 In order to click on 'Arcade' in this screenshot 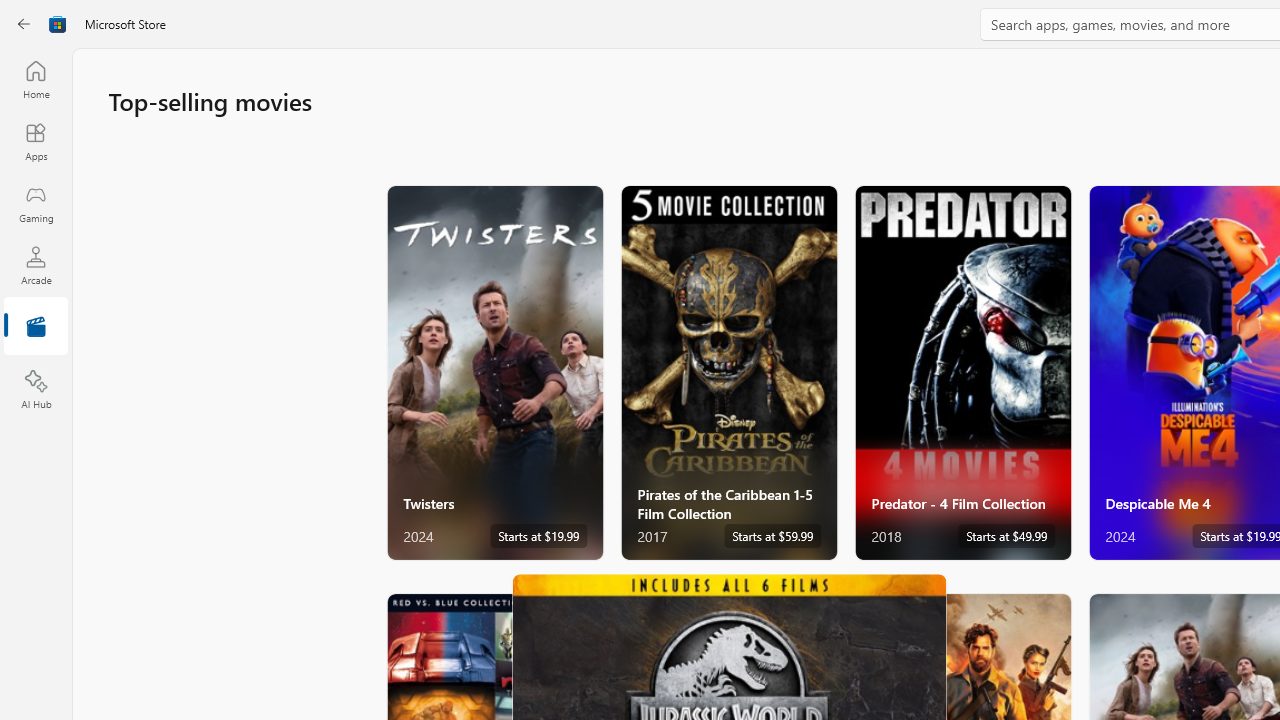, I will do `click(35, 264)`.